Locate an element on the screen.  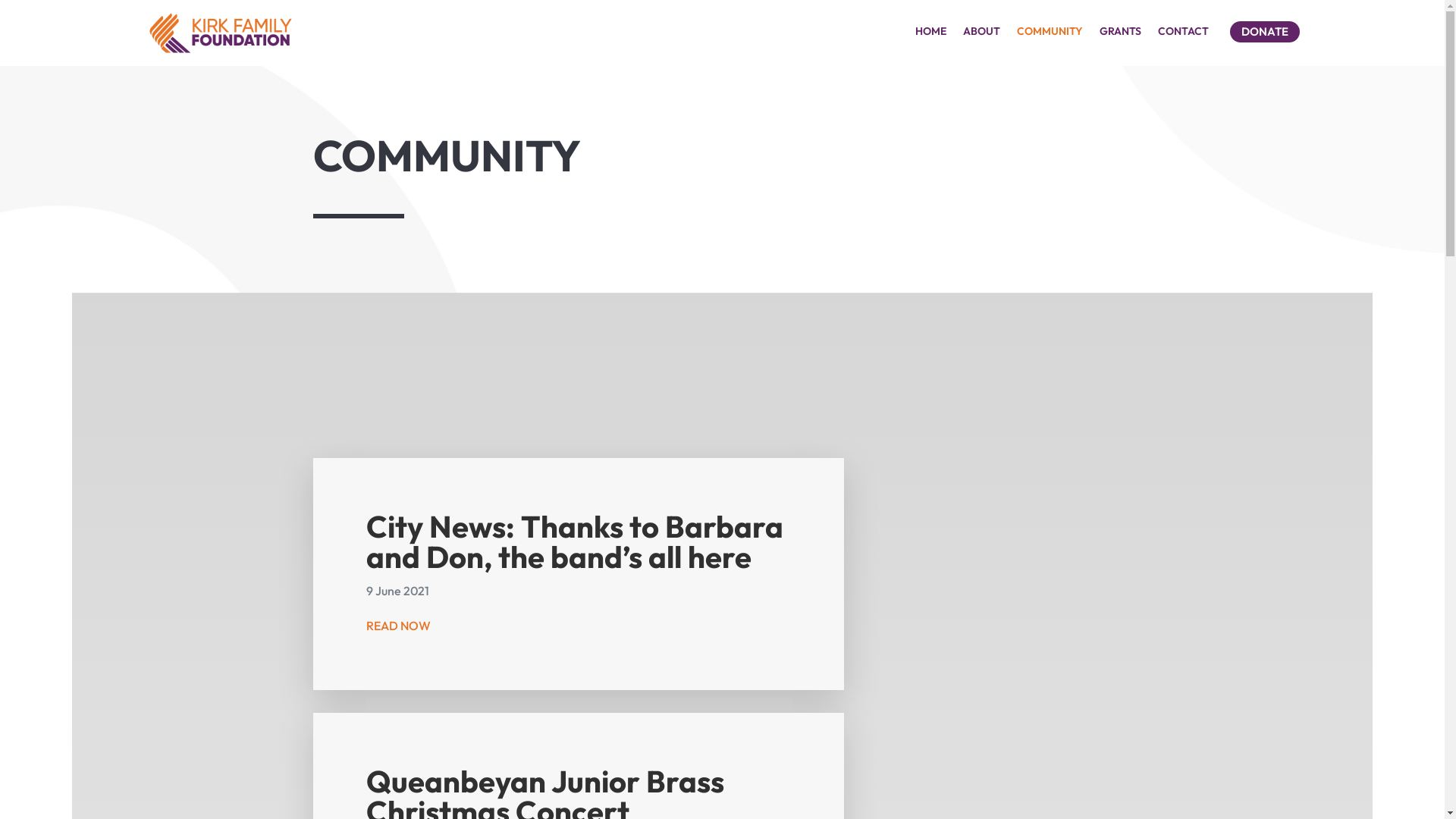
'READ NOW' is located at coordinates (398, 626).